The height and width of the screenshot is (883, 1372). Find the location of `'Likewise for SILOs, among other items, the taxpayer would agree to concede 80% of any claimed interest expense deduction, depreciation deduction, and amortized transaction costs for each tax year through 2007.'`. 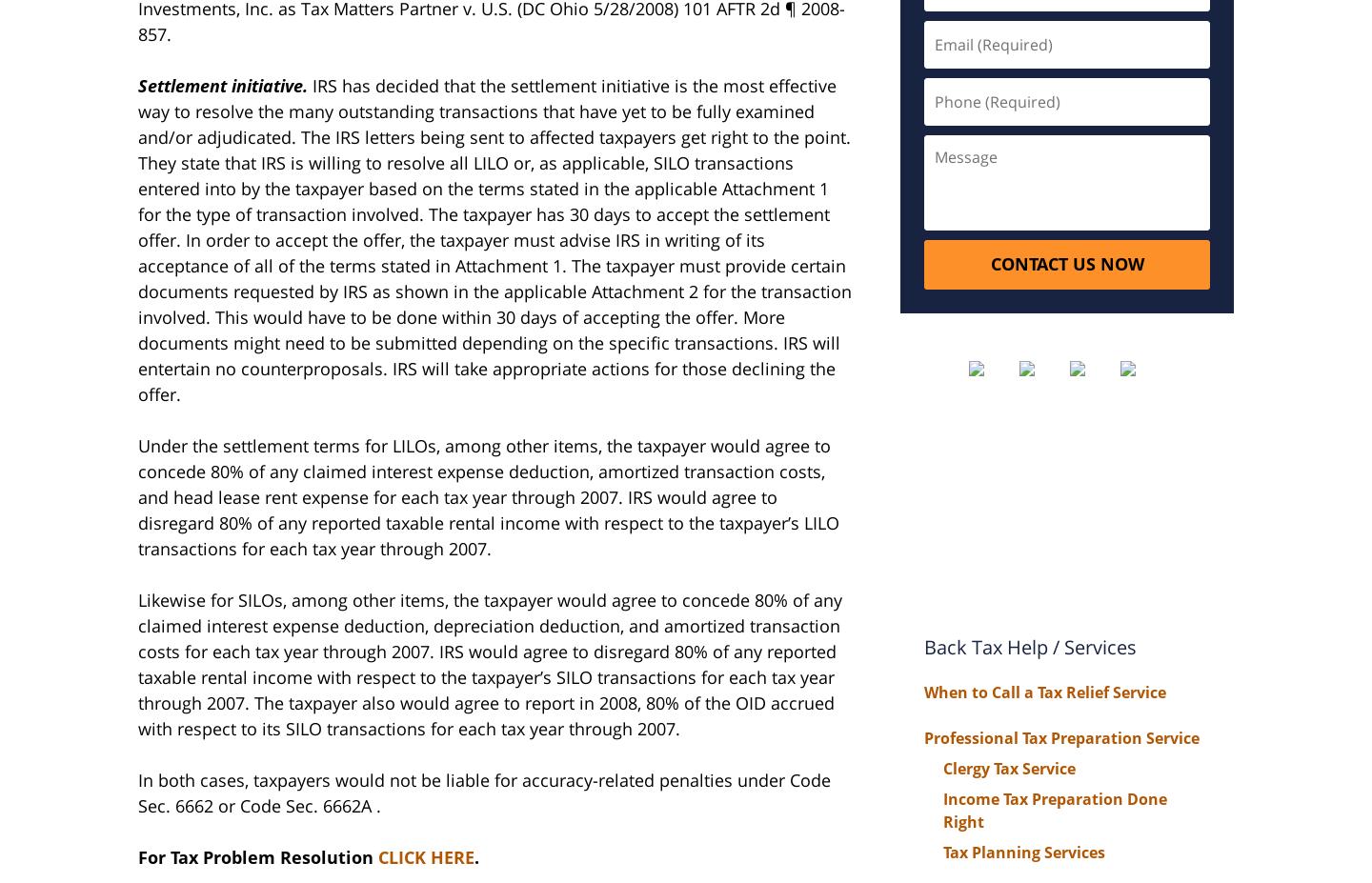

'Likewise for SILOs, among other items, the taxpayer would agree to concede 80% of any claimed interest expense deduction, depreciation deduction, and amortized transaction costs for each tax year through 2007.' is located at coordinates (489, 624).